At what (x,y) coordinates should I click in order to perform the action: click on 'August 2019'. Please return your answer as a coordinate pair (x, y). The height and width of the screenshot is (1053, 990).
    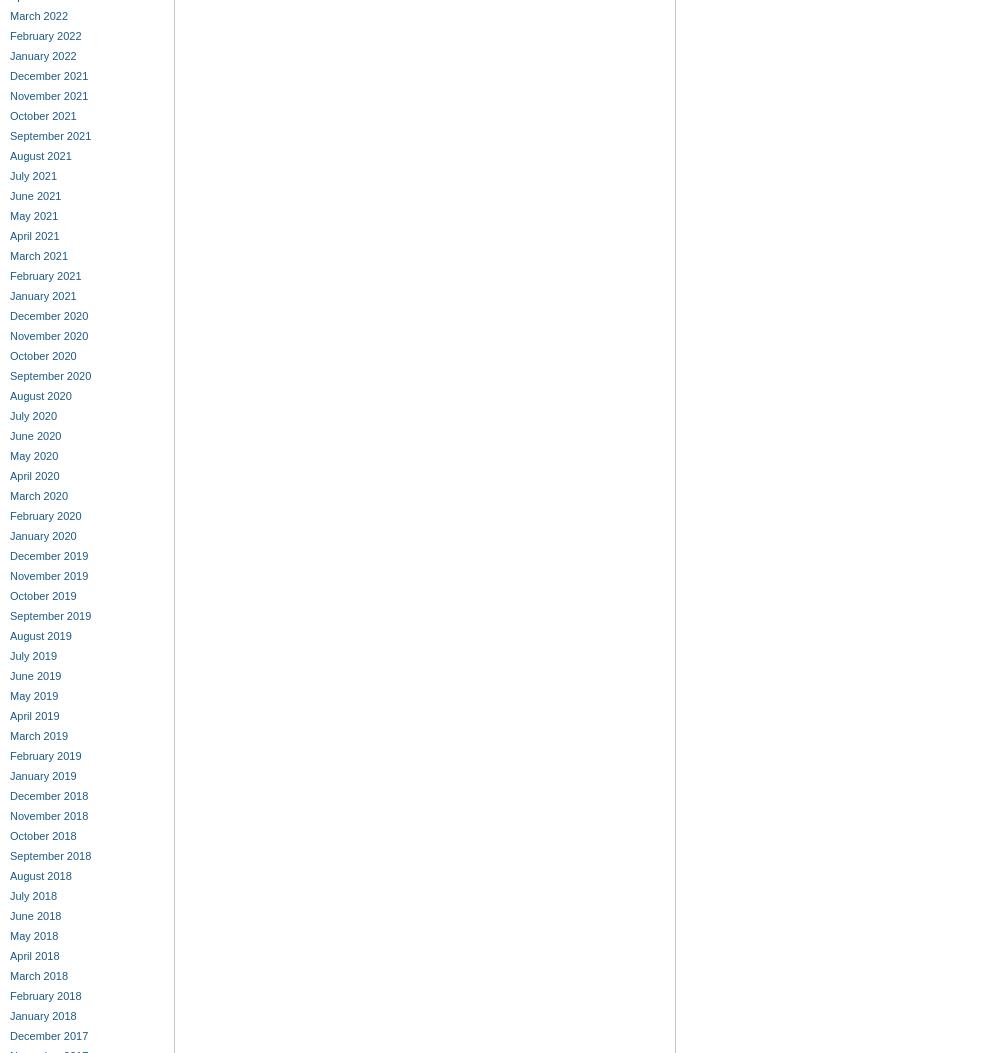
    Looking at the image, I should click on (39, 635).